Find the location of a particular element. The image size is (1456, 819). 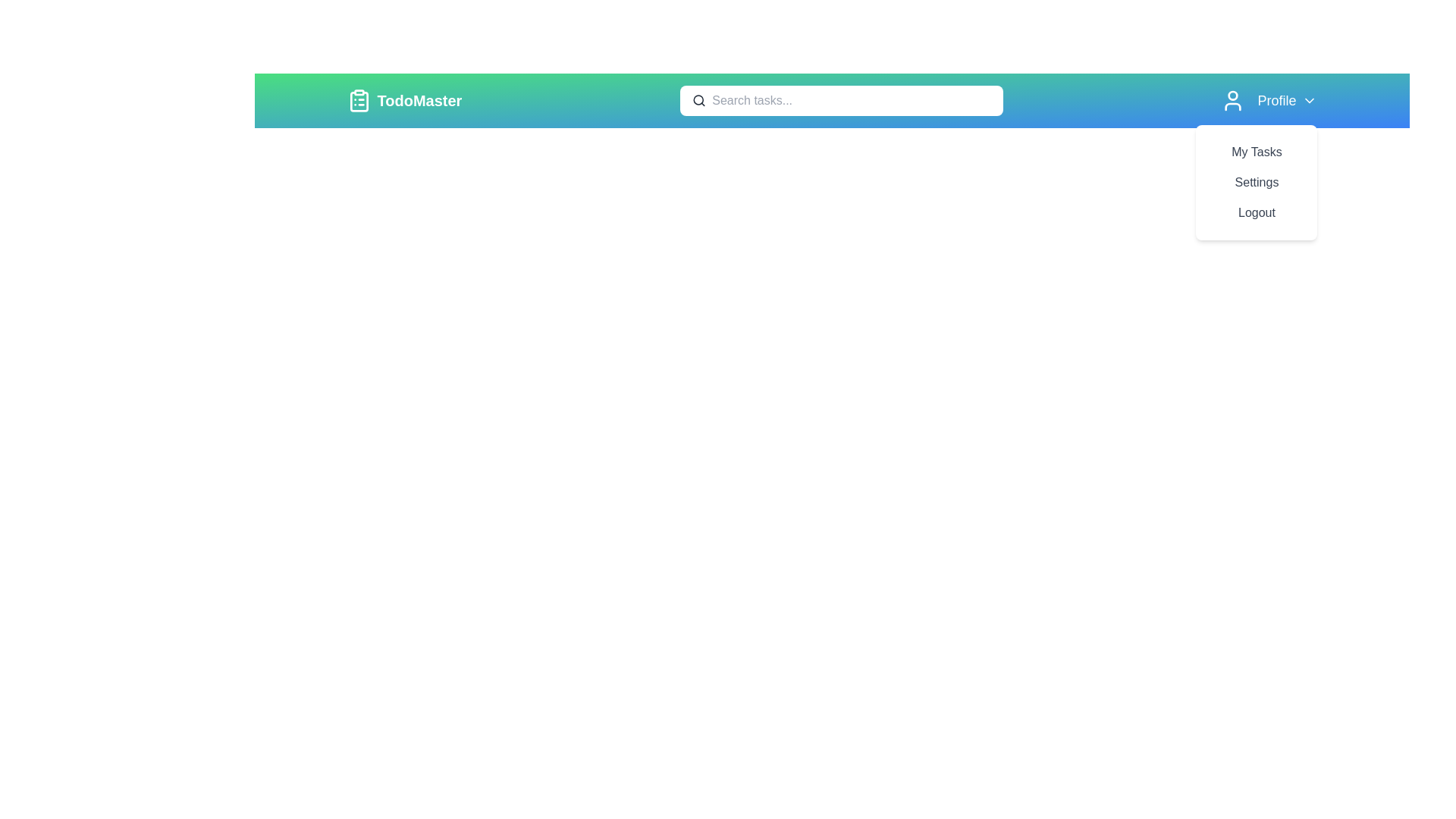

the user profile access icon located in the top navigation bar, which is positioned to the left of the 'Profile' label and 'chevron-down' icon is located at coordinates (1233, 100).